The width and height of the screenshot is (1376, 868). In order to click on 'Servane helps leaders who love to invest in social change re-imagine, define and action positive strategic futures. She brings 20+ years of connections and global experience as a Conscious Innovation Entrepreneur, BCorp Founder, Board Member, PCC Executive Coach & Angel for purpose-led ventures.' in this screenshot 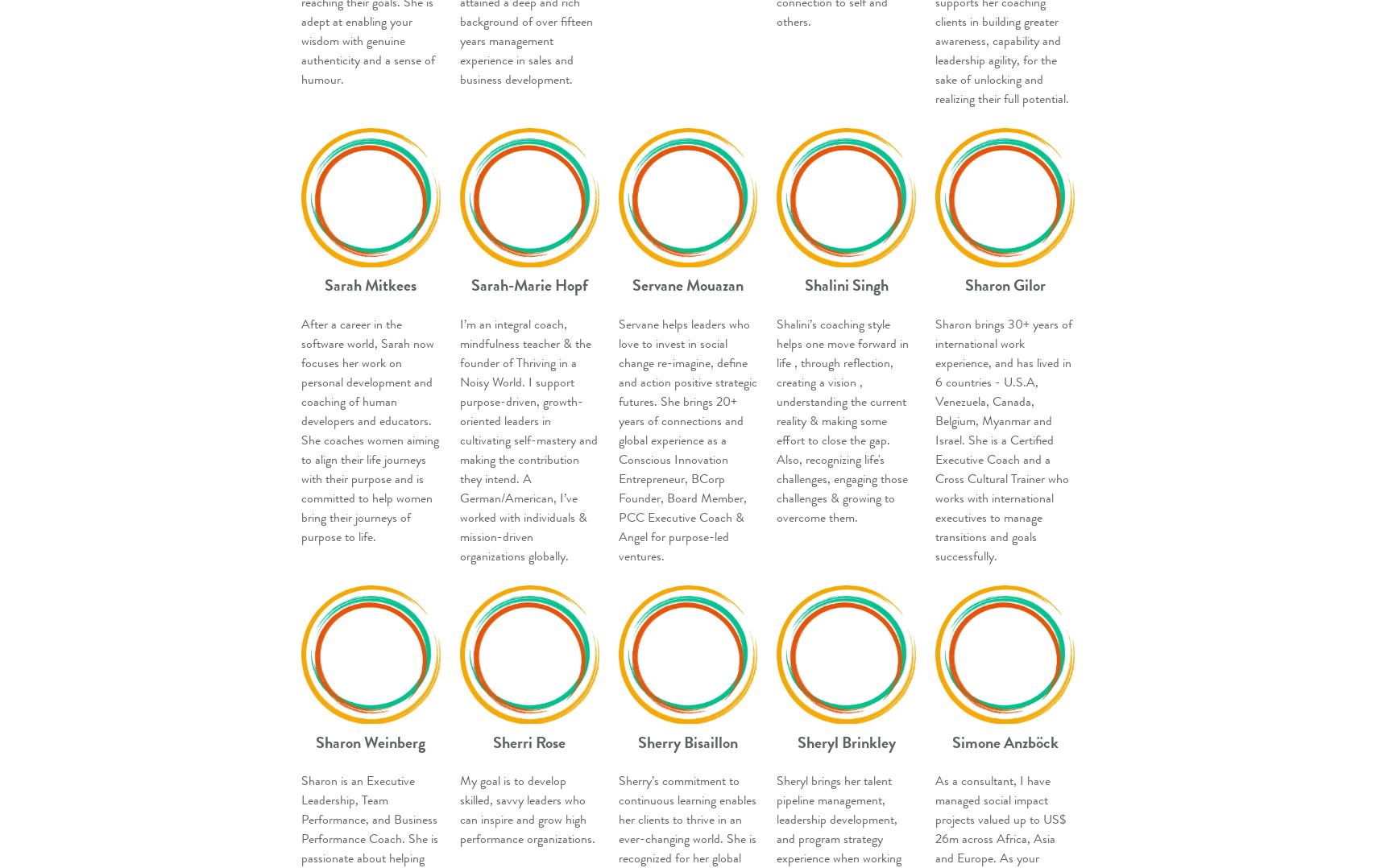, I will do `click(618, 439)`.